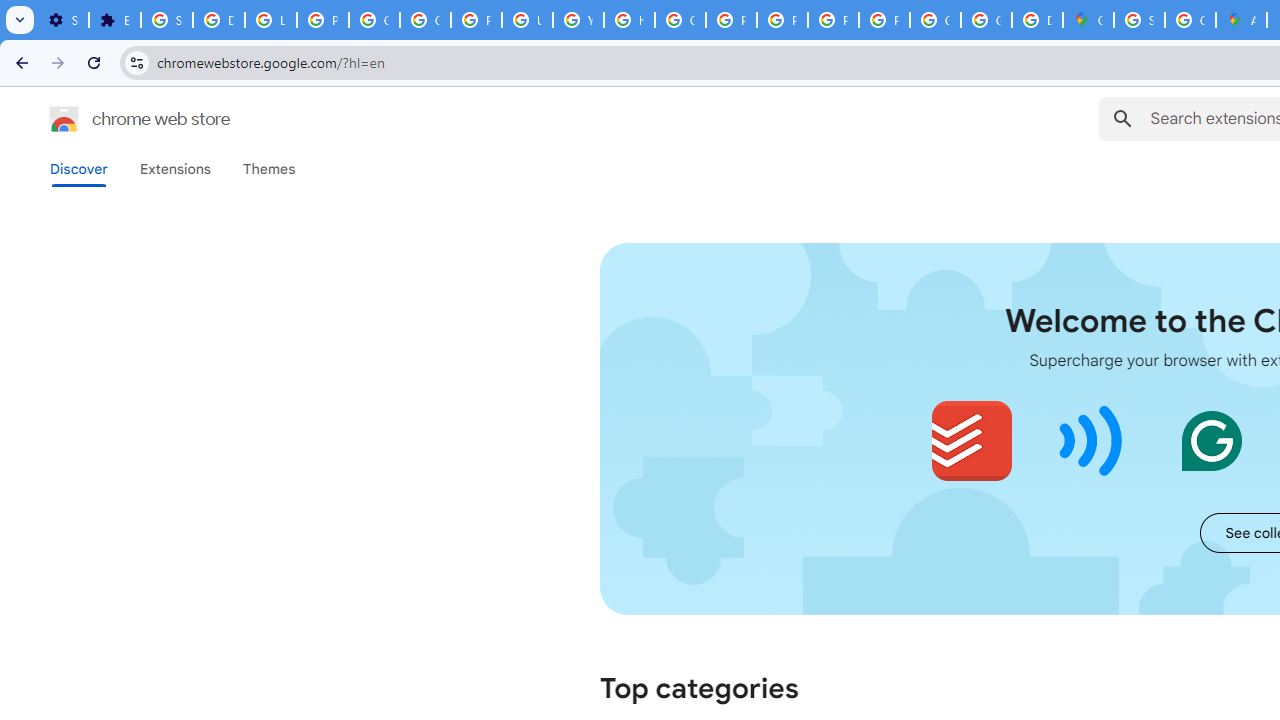 Image resolution: width=1280 pixels, height=720 pixels. I want to click on 'Google Account Help', so click(375, 20).